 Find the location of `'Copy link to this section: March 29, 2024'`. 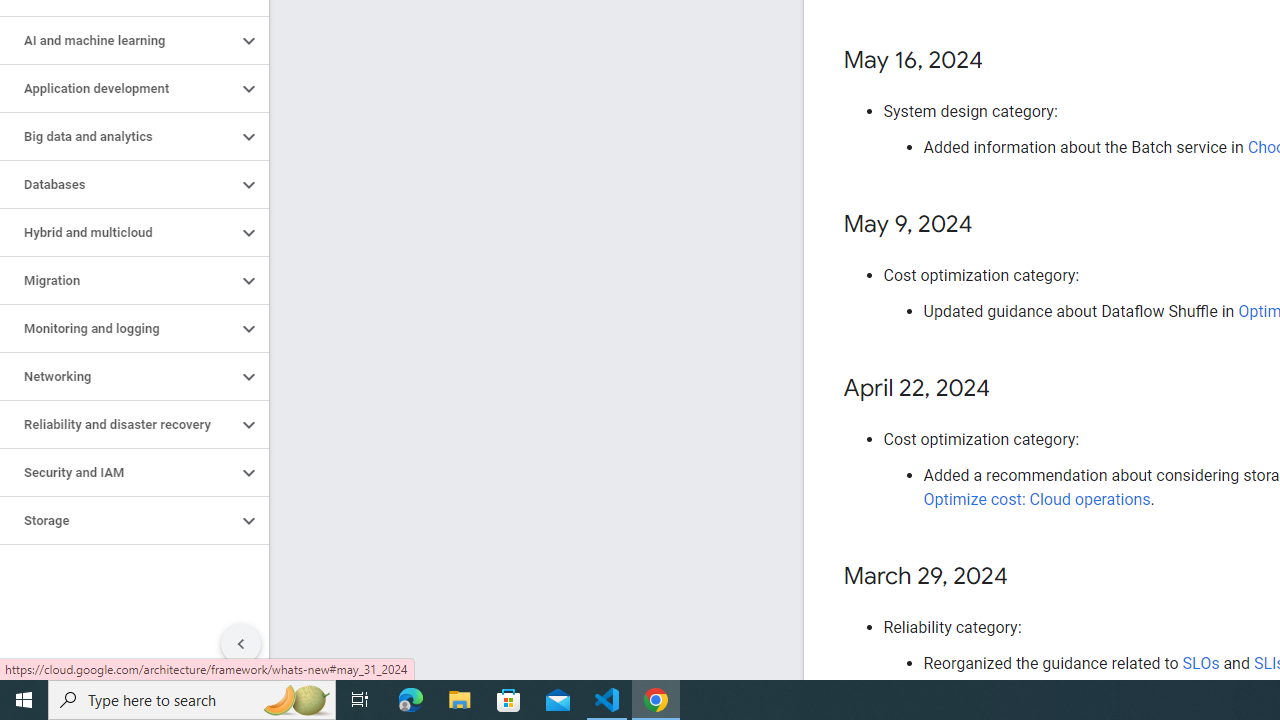

'Copy link to this section: March 29, 2024' is located at coordinates (1027, 577).